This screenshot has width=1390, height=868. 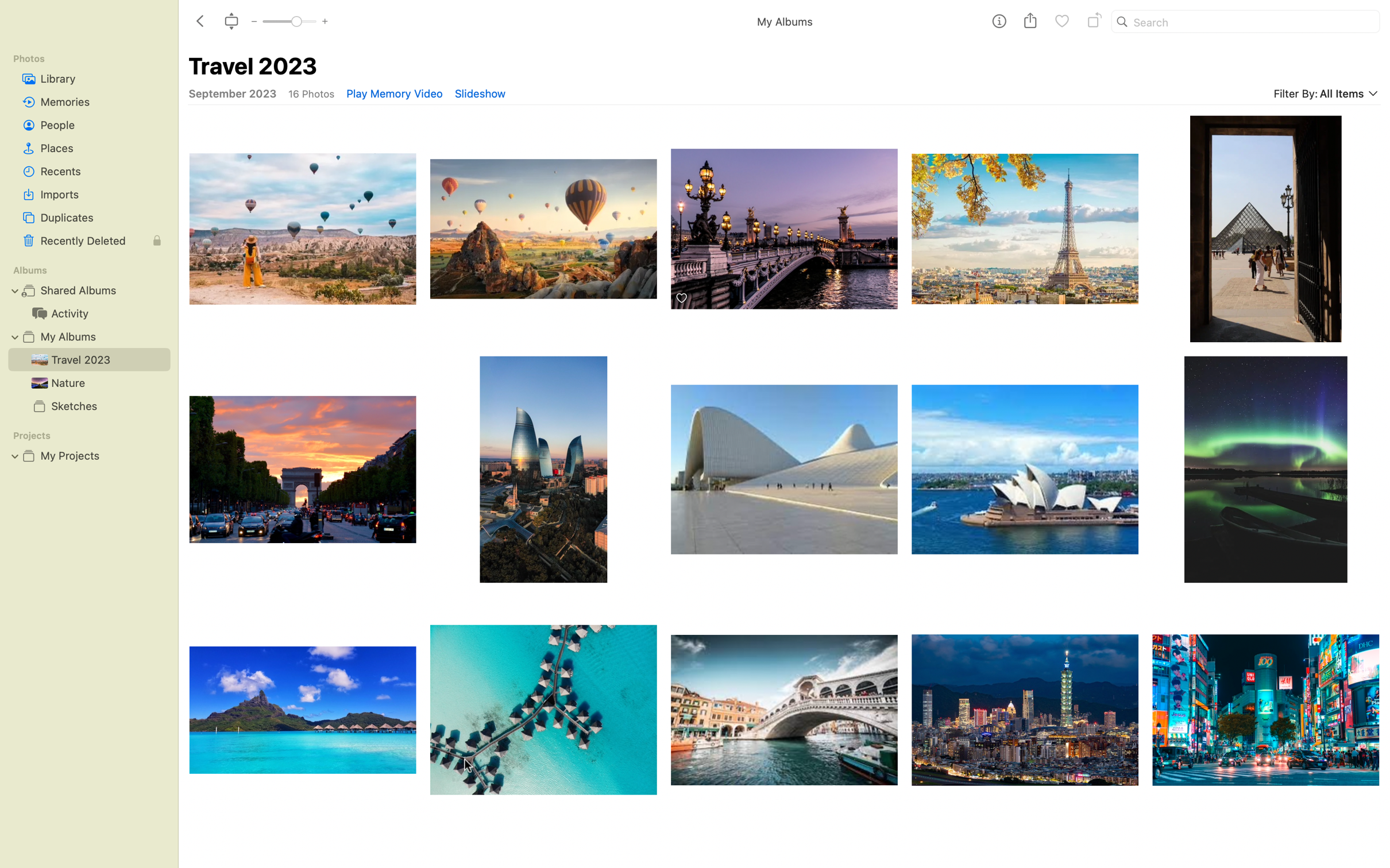 I want to click on the first image featuring hot air balloons, so click(x=301, y=223).